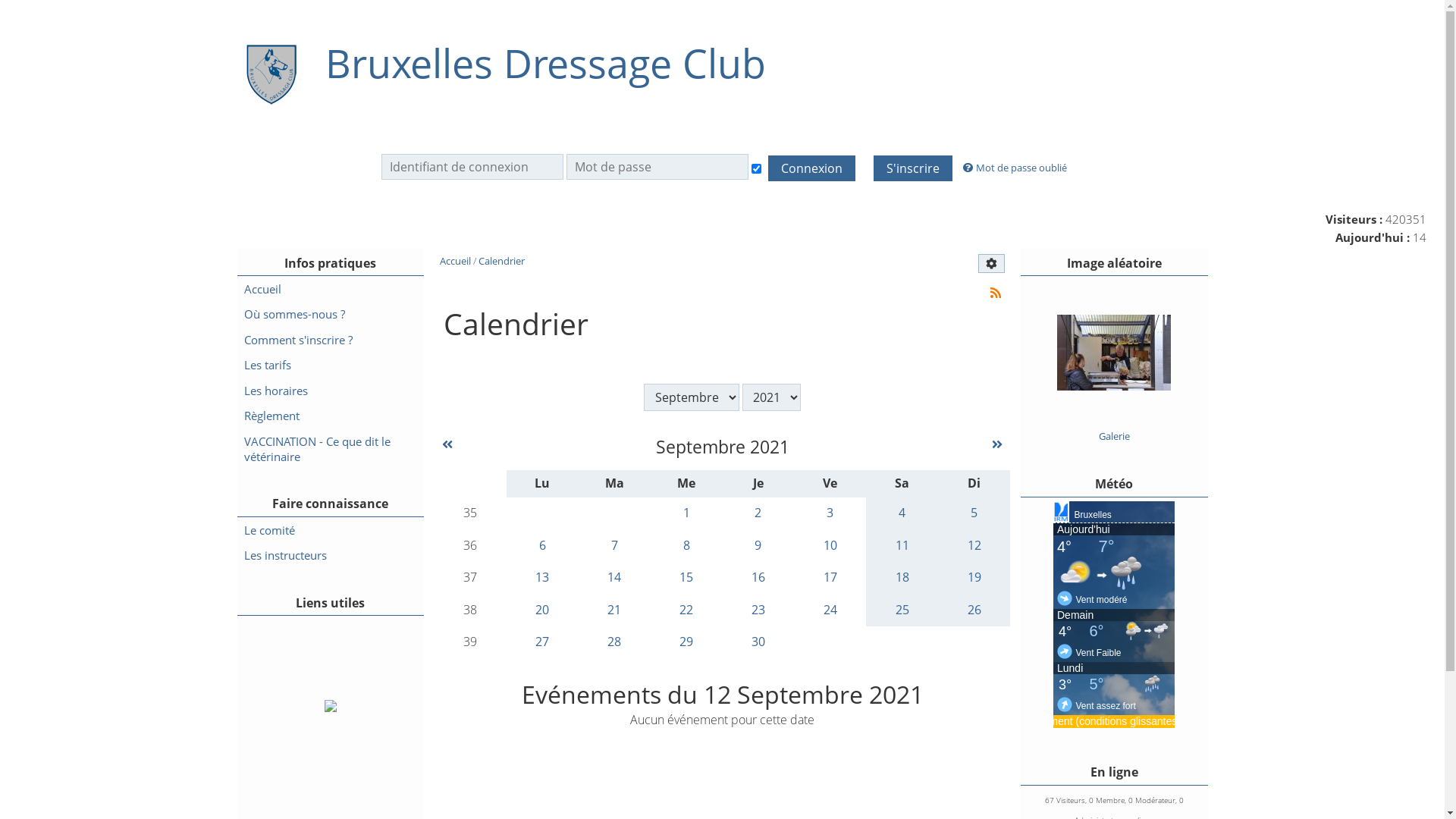  Describe the element at coordinates (974, 544) in the screenshot. I see `'12'` at that location.